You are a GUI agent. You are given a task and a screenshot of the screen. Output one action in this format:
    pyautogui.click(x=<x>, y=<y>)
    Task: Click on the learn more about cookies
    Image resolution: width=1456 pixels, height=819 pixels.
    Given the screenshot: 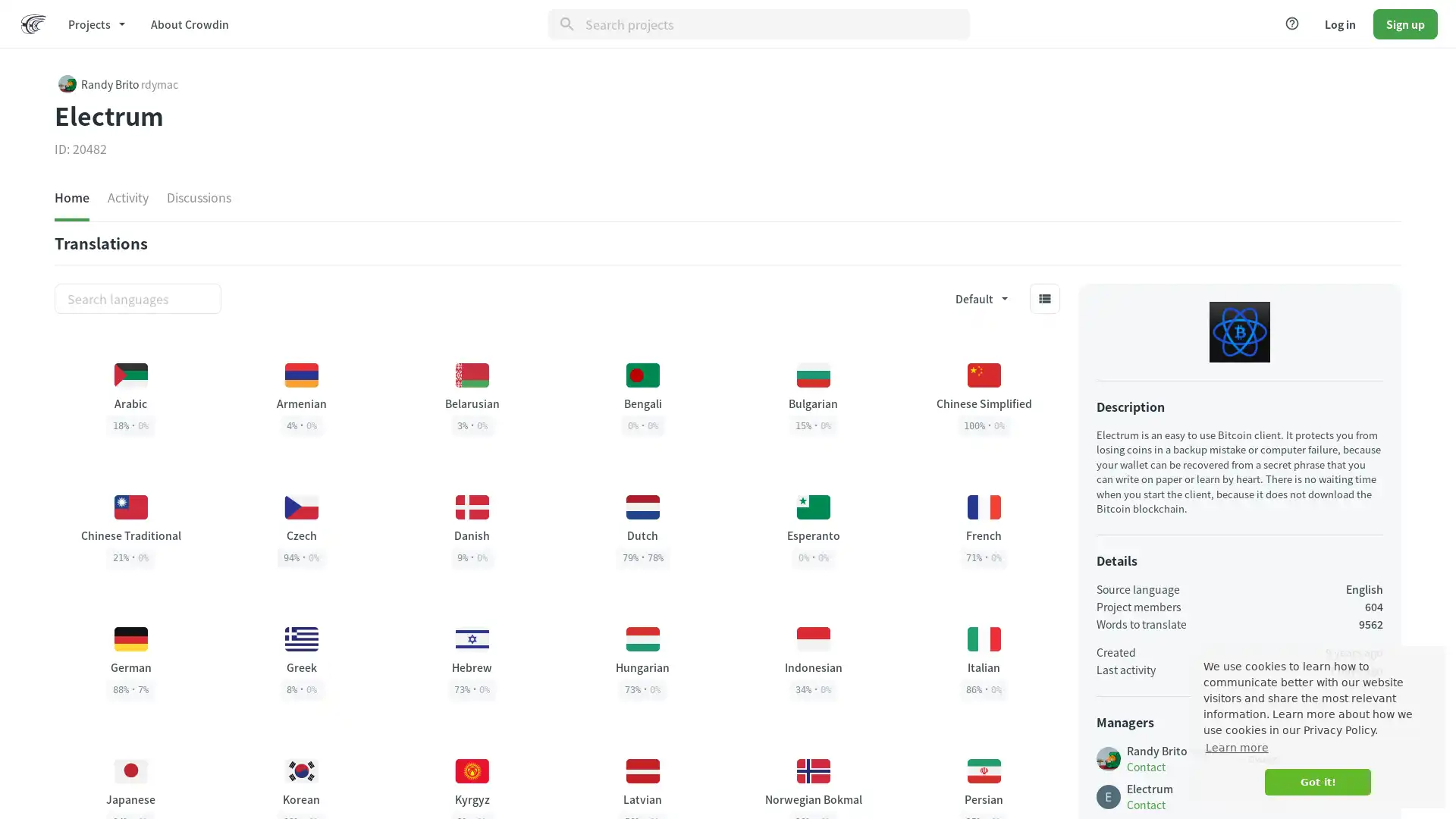 What is the action you would take?
    pyautogui.click(x=1236, y=747)
    